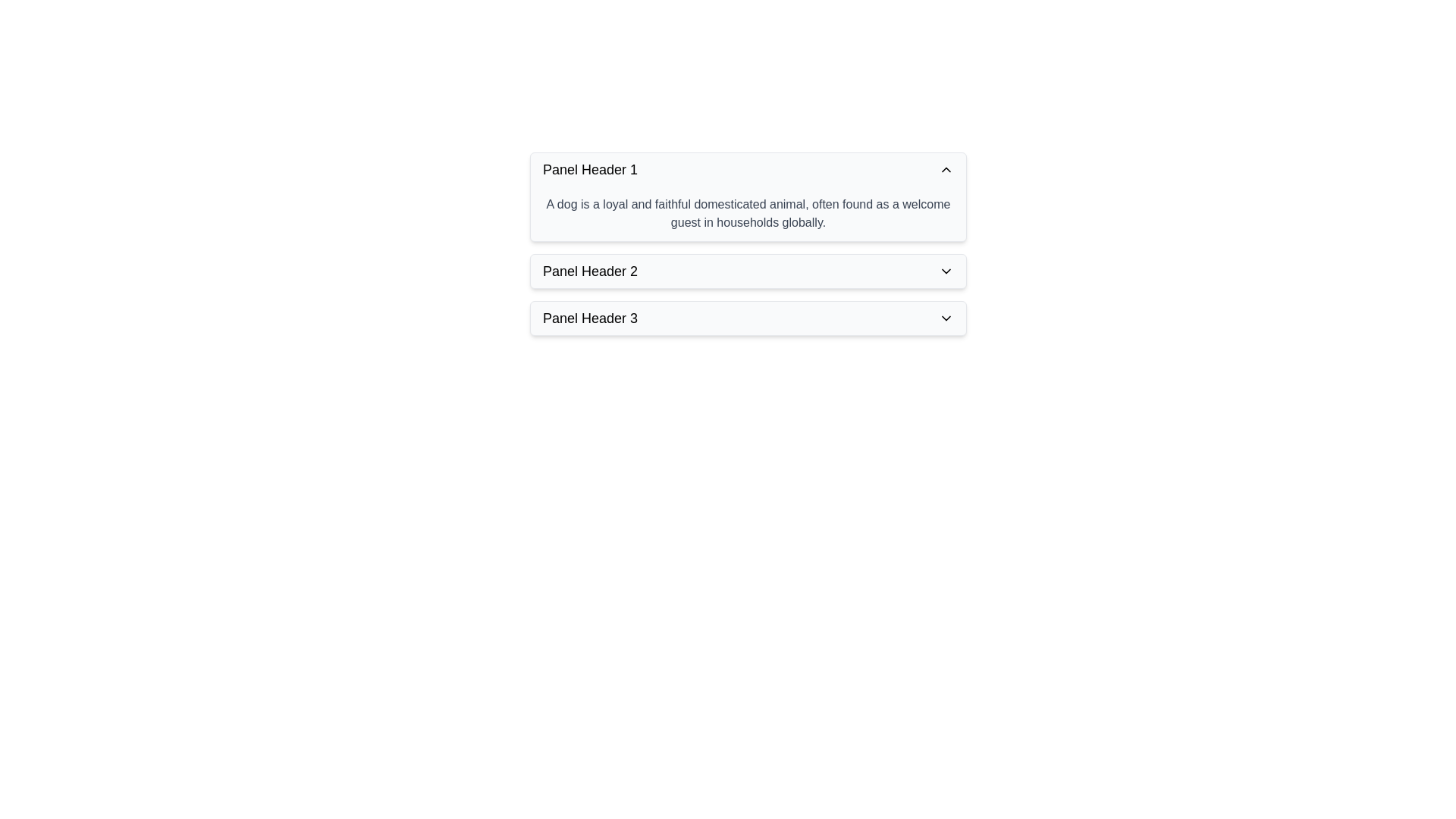 Image resolution: width=1456 pixels, height=819 pixels. What do you see at coordinates (748, 213) in the screenshot?
I see `the text block containing the sentence 'A dog is a loyal and faithful domesticated animal, often found as a welcome guest in households globally.' located below 'Panel Header 1'` at bounding box center [748, 213].